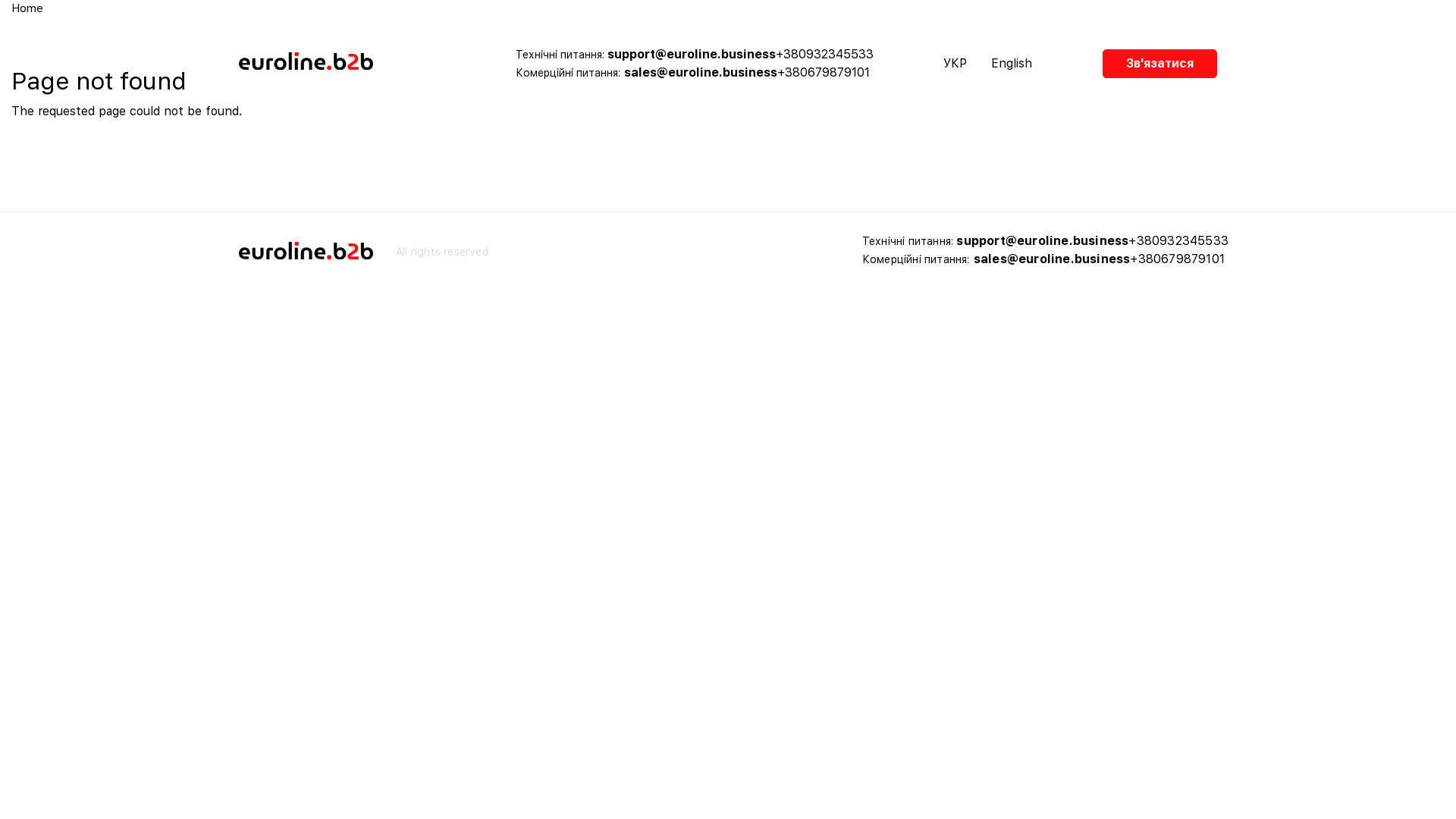 This screenshot has width=1456, height=819. Describe the element at coordinates (27, 8) in the screenshot. I see `'Home'` at that location.